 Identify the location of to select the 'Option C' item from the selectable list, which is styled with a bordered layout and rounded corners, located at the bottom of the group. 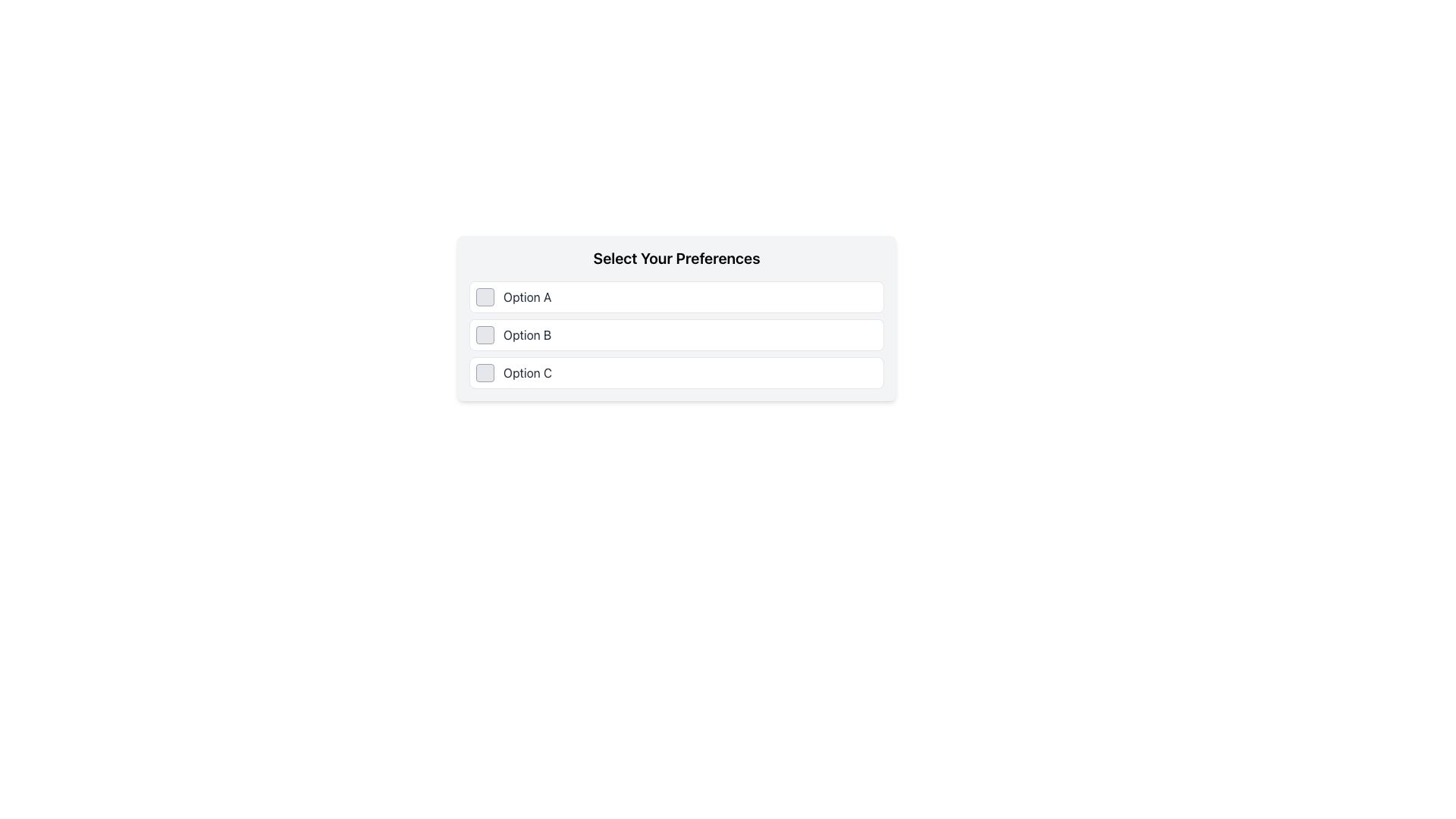
(676, 373).